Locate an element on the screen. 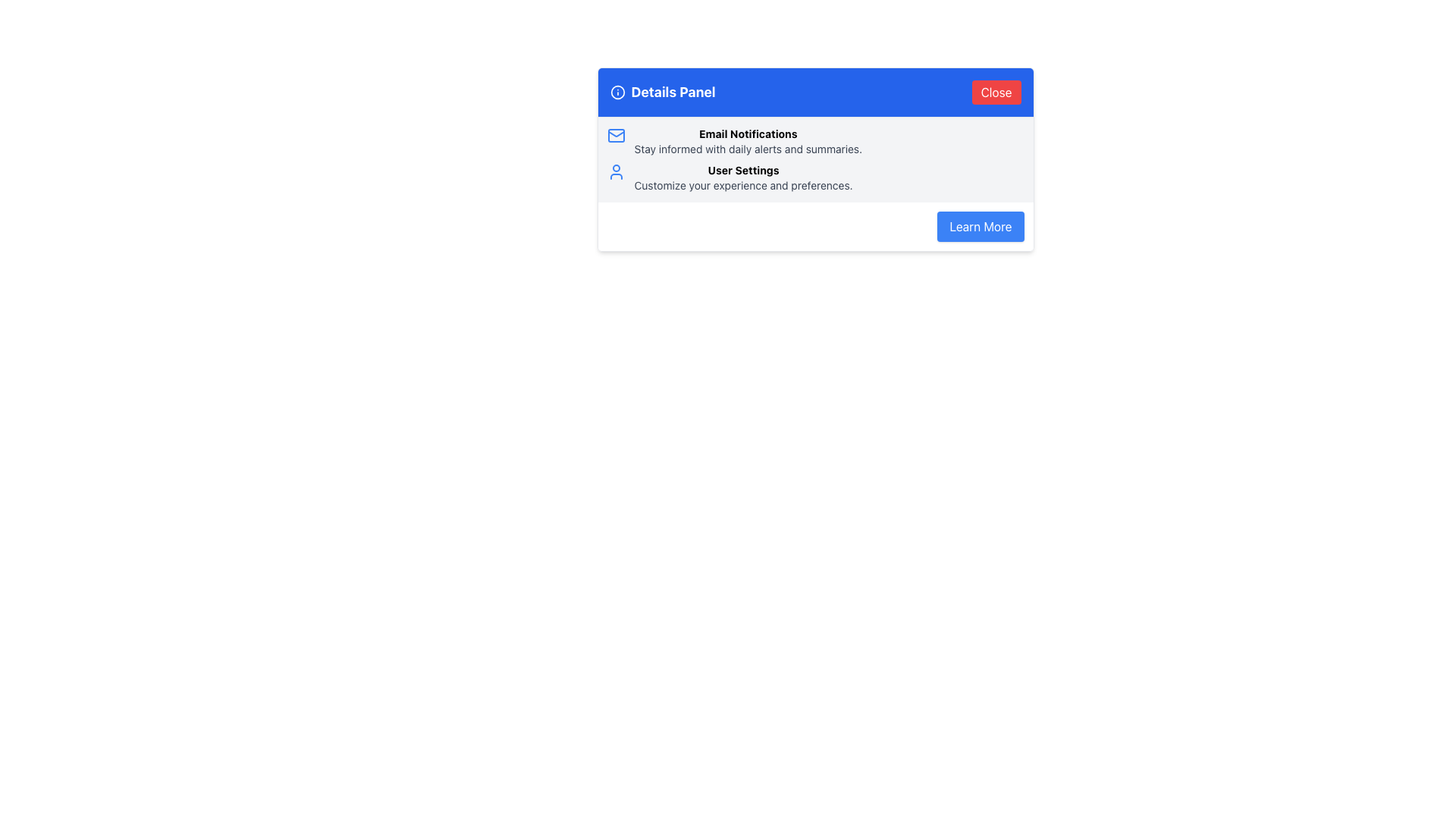 The width and height of the screenshot is (1456, 819). the Text Label that serves as a header for email notifications, located in the Details Panel under the blue header, to the right of the envelope icon is located at coordinates (748, 133).